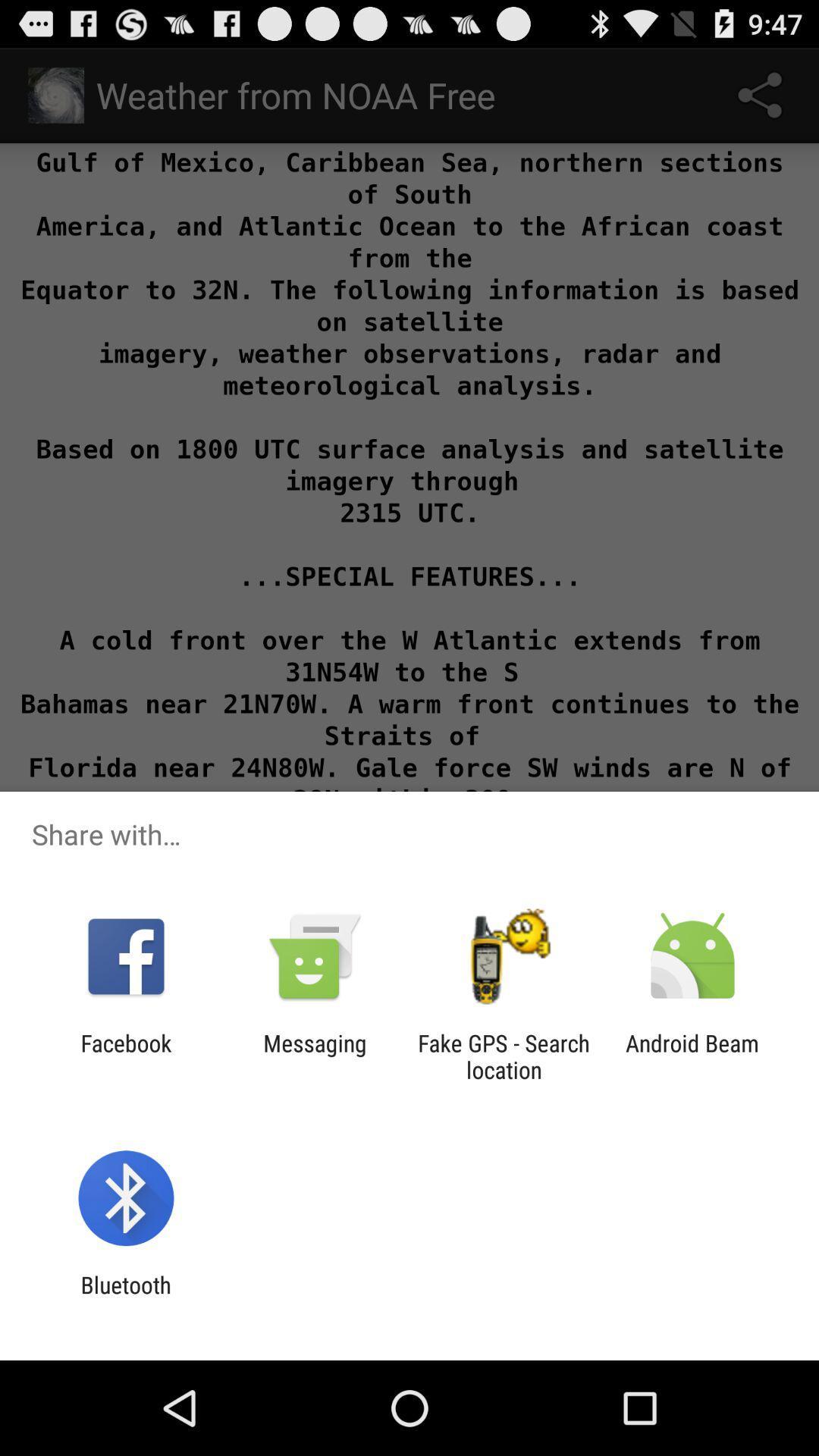 Image resolution: width=819 pixels, height=1456 pixels. What do you see at coordinates (125, 1298) in the screenshot?
I see `the bluetooth app` at bounding box center [125, 1298].